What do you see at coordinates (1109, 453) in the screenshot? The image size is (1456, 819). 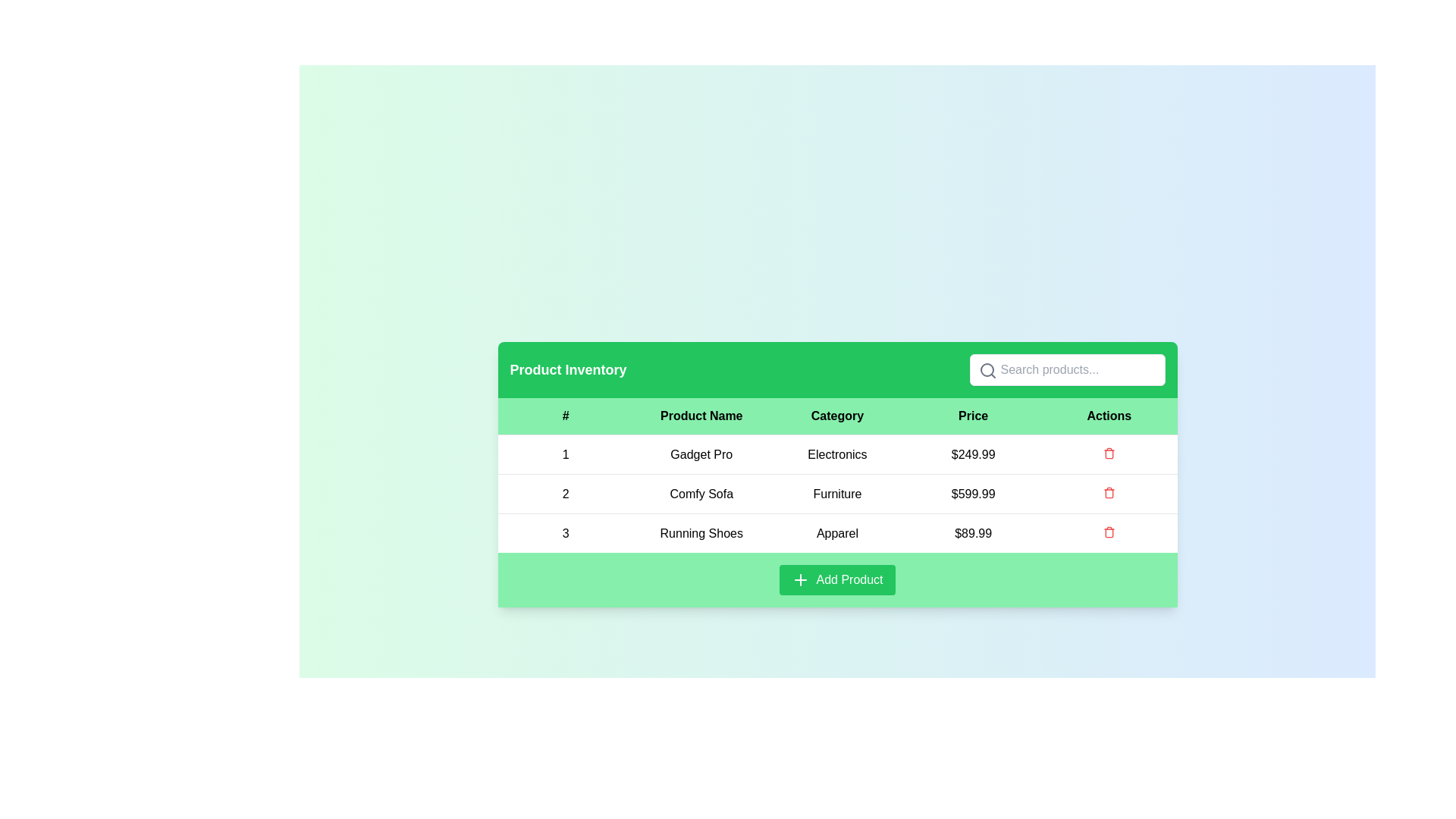 I see `the delete icon button in the 'Actions' column of the first row, aligned with the product 'Gadget Pro'` at bounding box center [1109, 453].